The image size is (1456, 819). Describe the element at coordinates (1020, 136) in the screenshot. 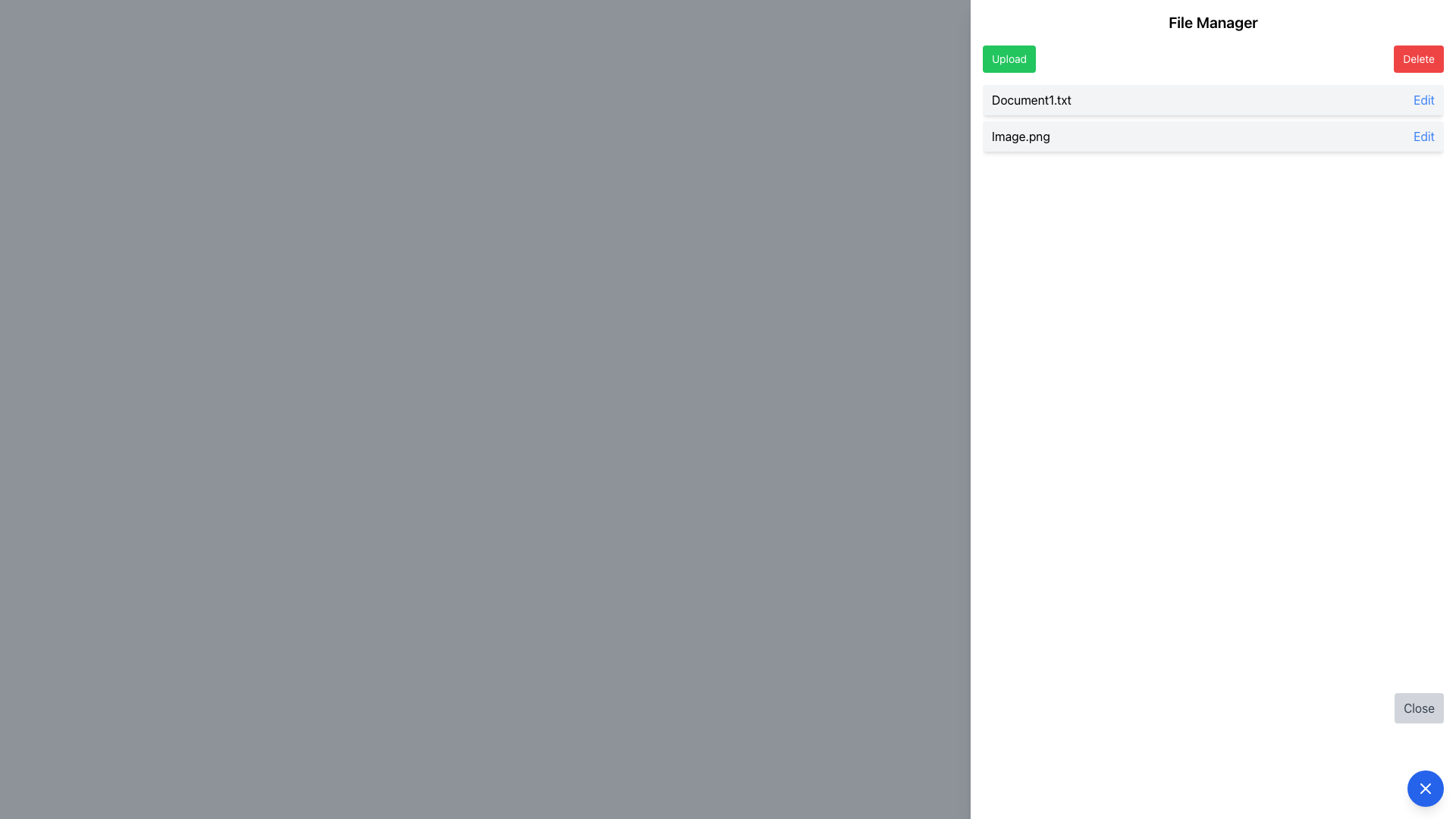

I see `on the Static Text Label displaying the name of a file` at that location.